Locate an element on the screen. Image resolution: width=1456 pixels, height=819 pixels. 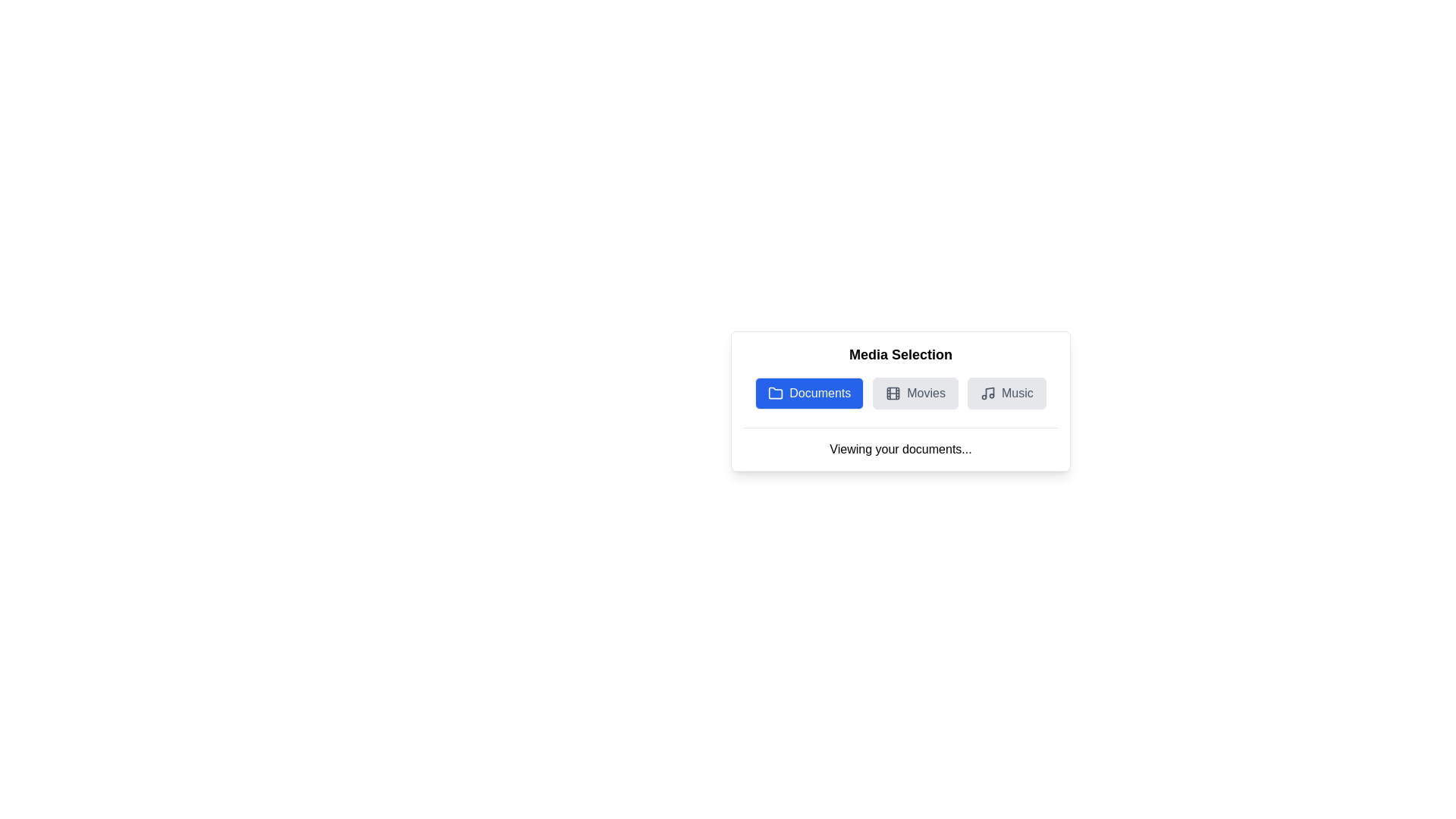
the 'Movies' text label within the selectable button is located at coordinates (925, 393).